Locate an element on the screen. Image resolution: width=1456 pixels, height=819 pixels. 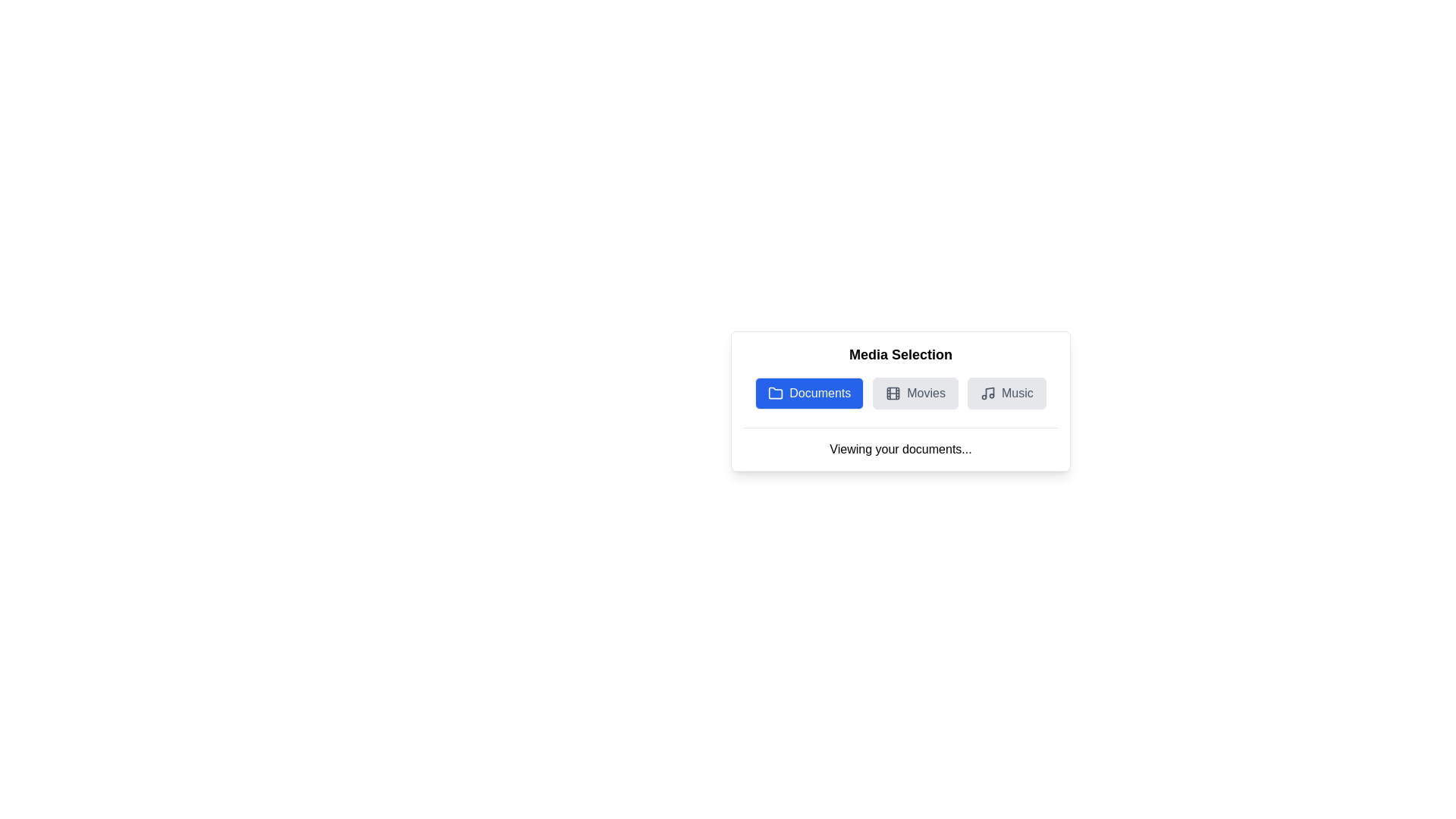
the 'Movies' text label within the selectable button is located at coordinates (925, 393).